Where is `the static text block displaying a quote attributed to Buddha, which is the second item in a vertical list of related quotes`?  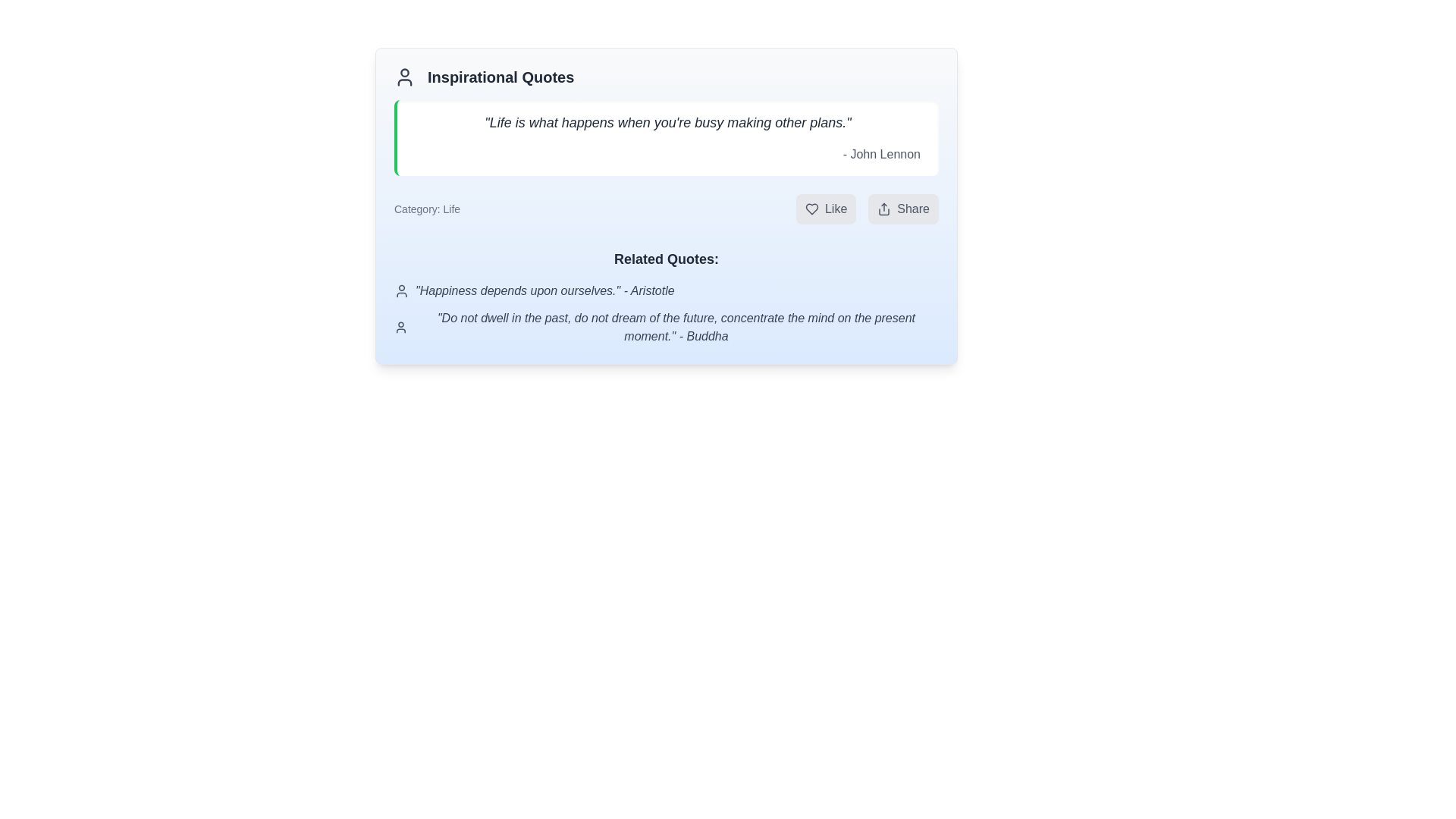 the static text block displaying a quote attributed to Buddha, which is the second item in a vertical list of related quotes is located at coordinates (666, 327).